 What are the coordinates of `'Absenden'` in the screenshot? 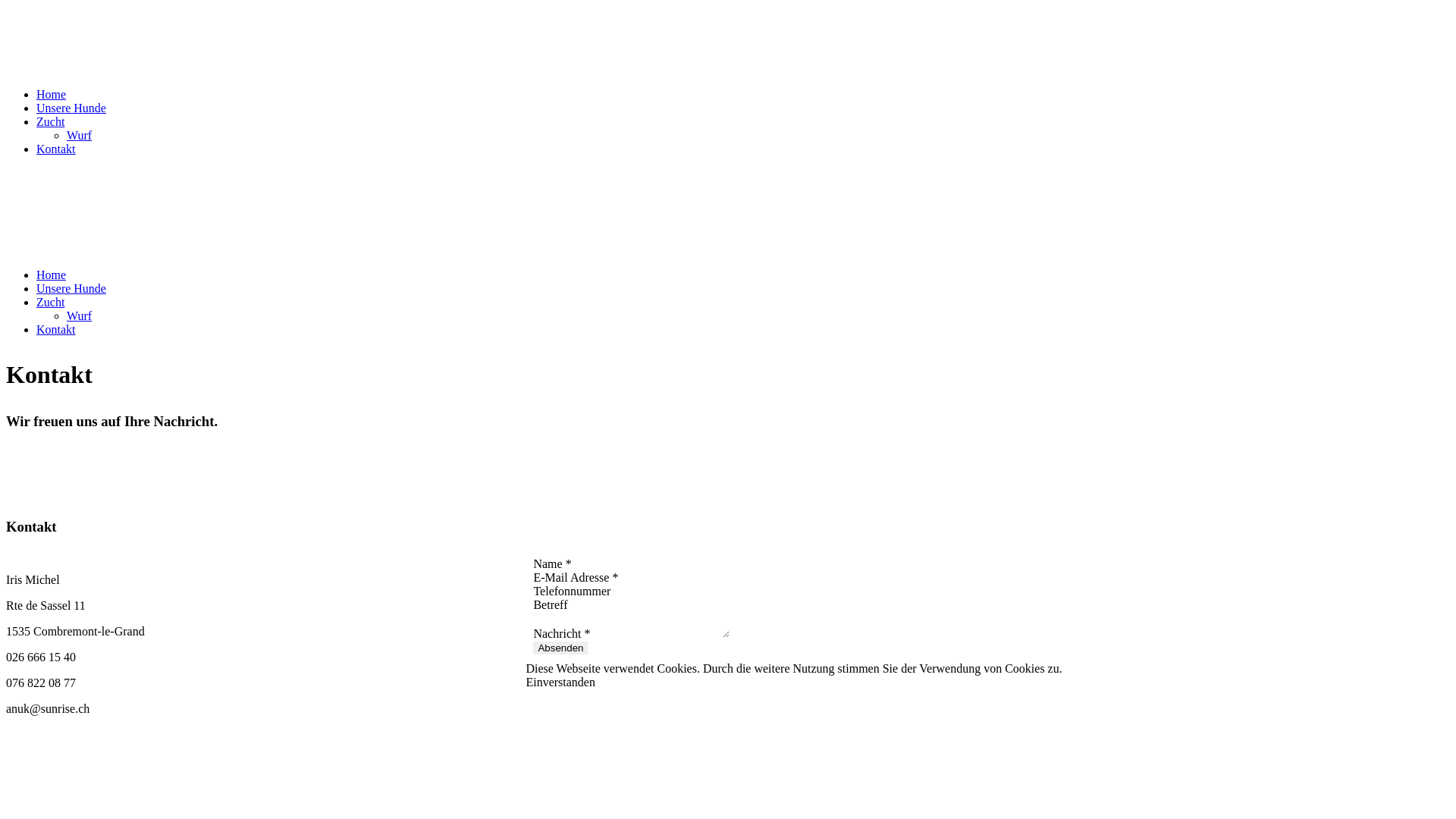 It's located at (532, 648).